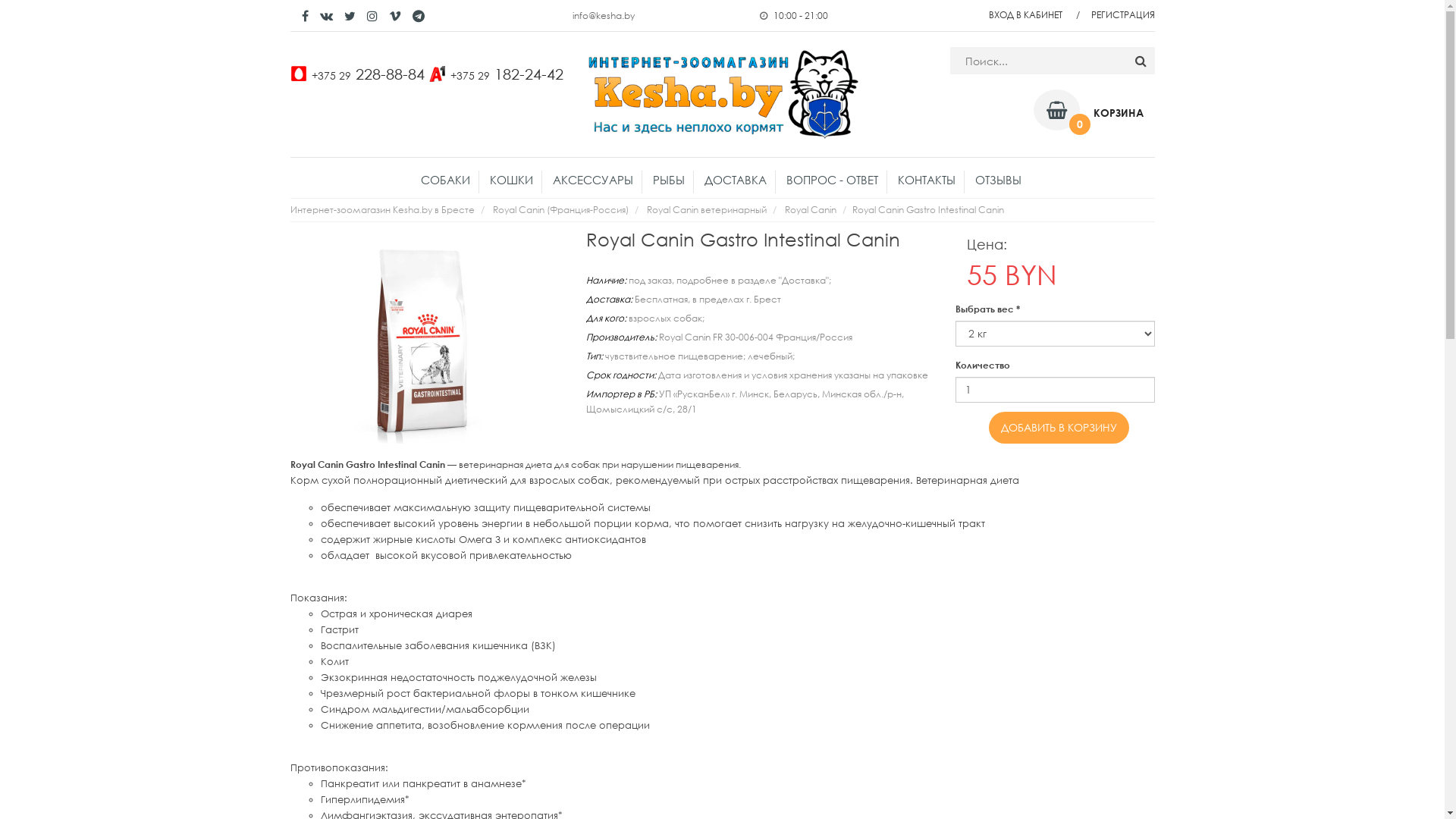 This screenshot has height=819, width=1456. I want to click on '+375 29 228-88-84', so click(367, 73).